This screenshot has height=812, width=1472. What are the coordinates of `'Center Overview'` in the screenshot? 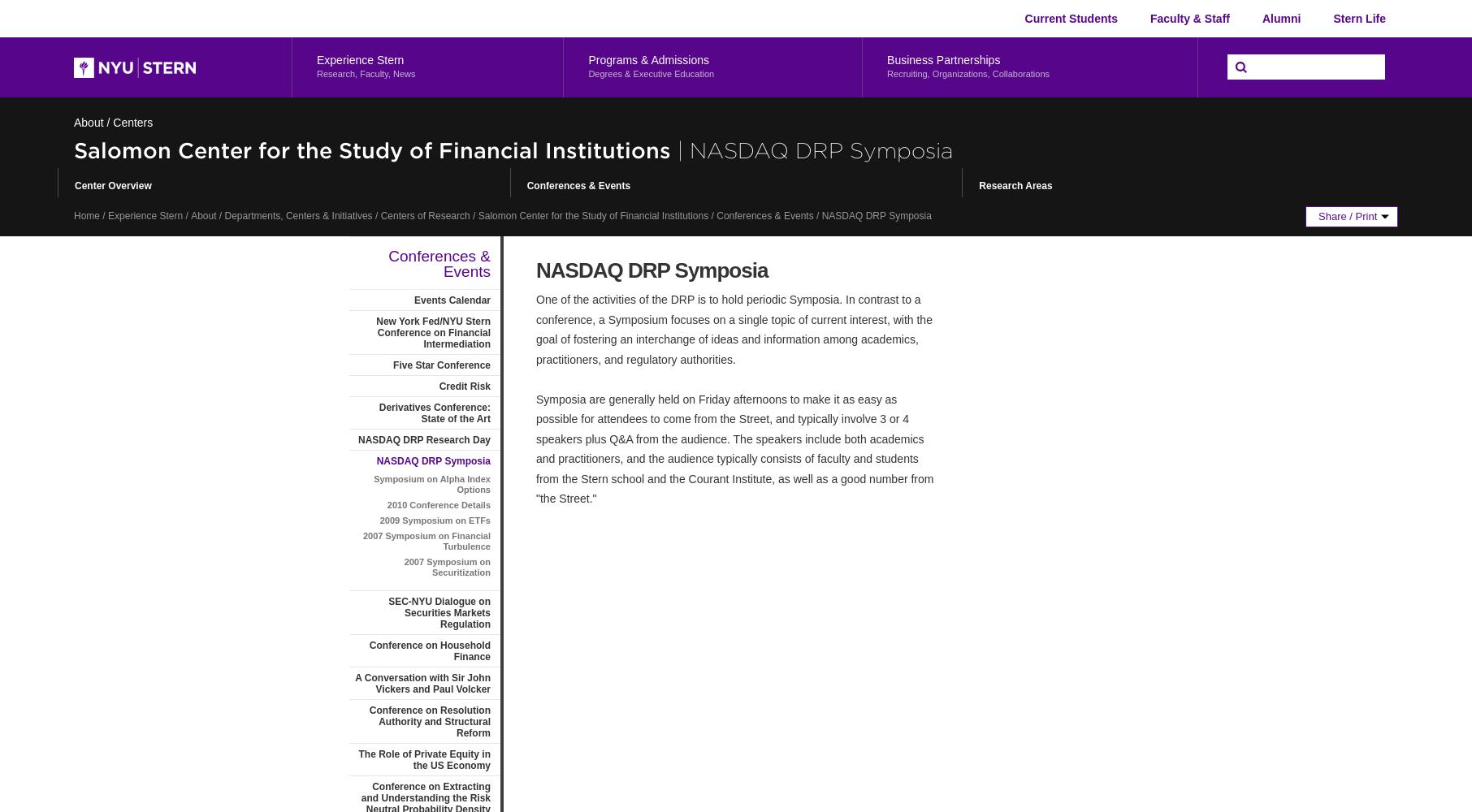 It's located at (111, 185).